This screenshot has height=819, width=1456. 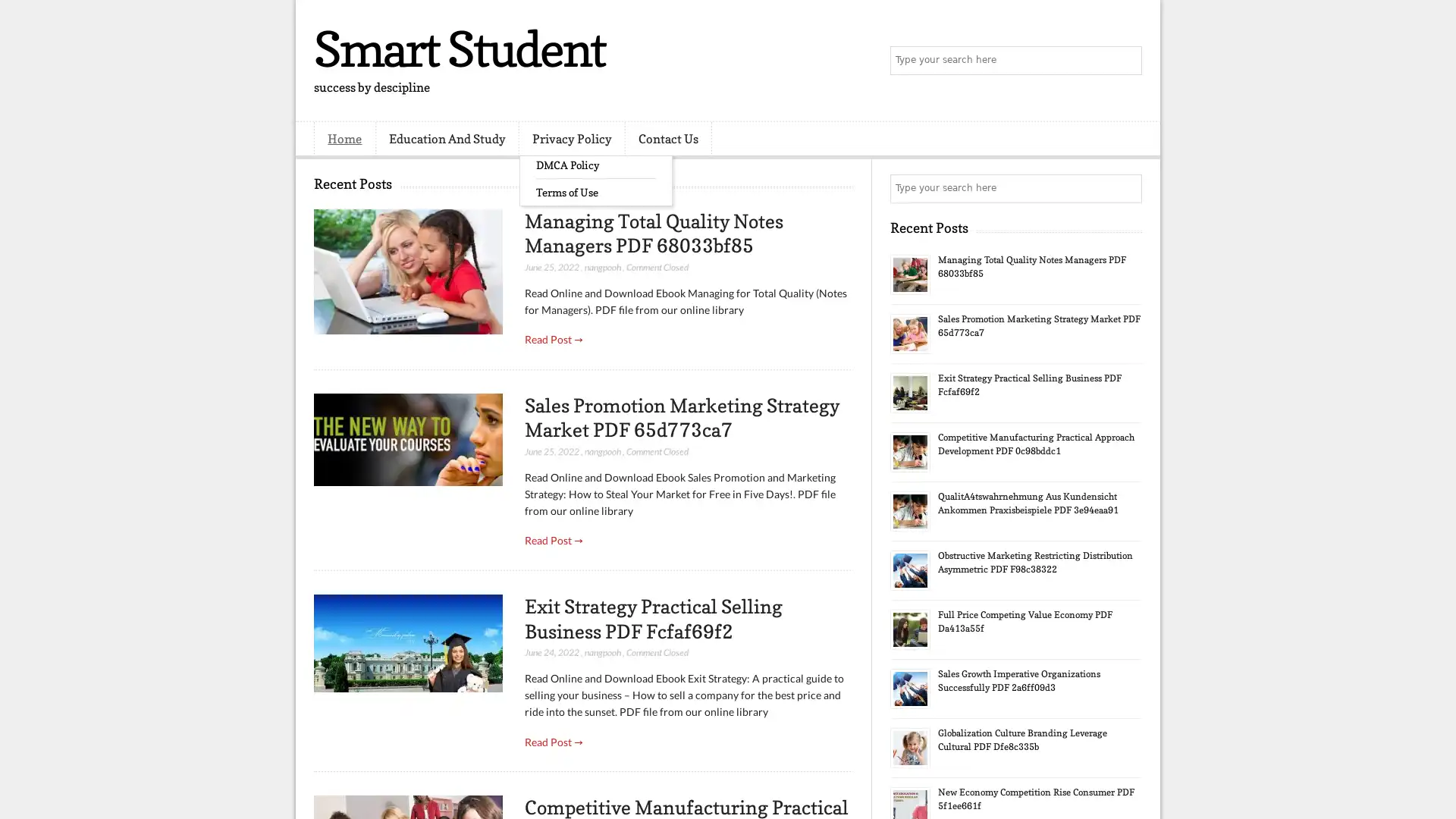 What do you see at coordinates (1126, 61) in the screenshot?
I see `Search` at bounding box center [1126, 61].